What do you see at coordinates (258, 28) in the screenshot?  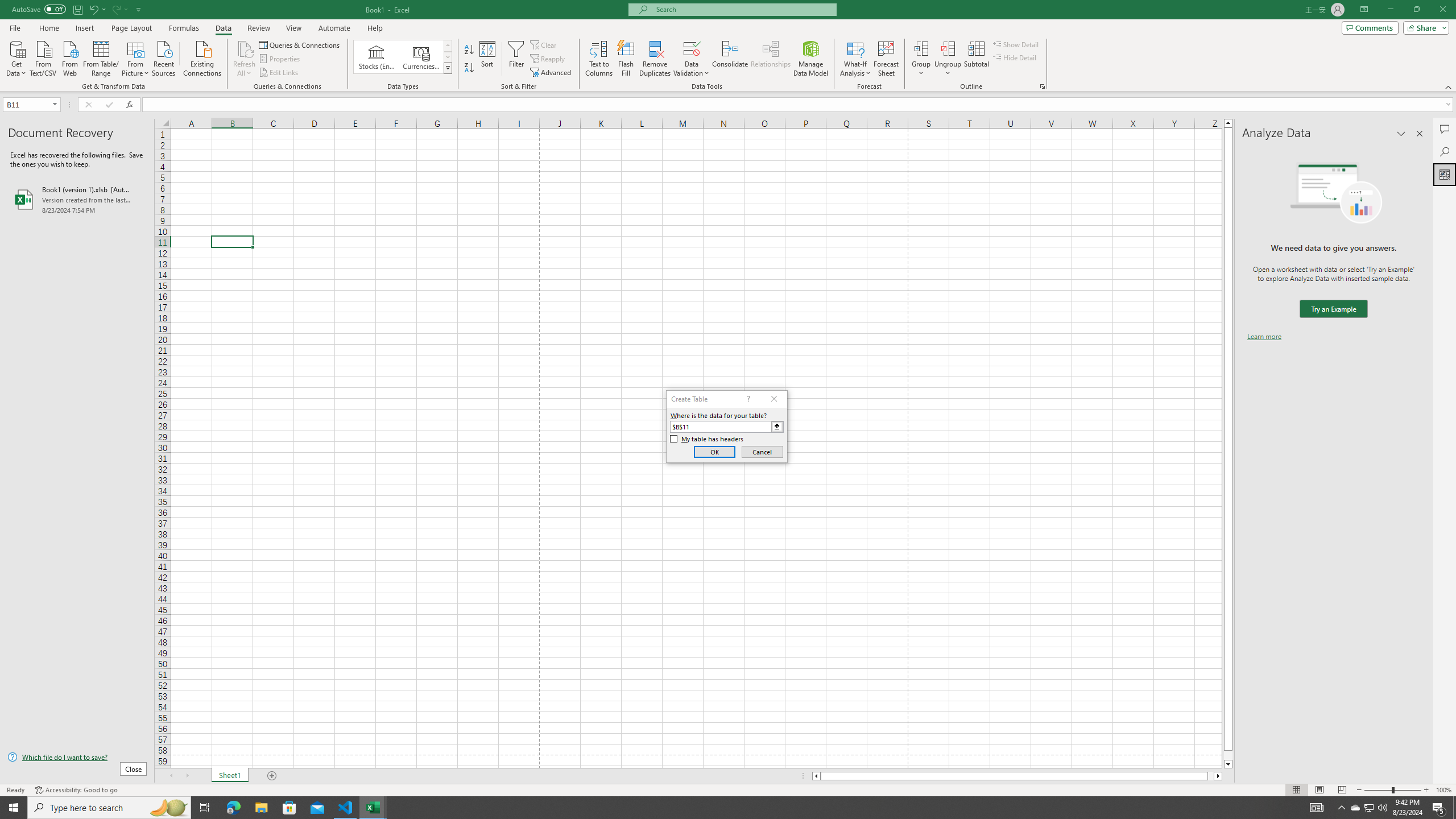 I see `'Review'` at bounding box center [258, 28].